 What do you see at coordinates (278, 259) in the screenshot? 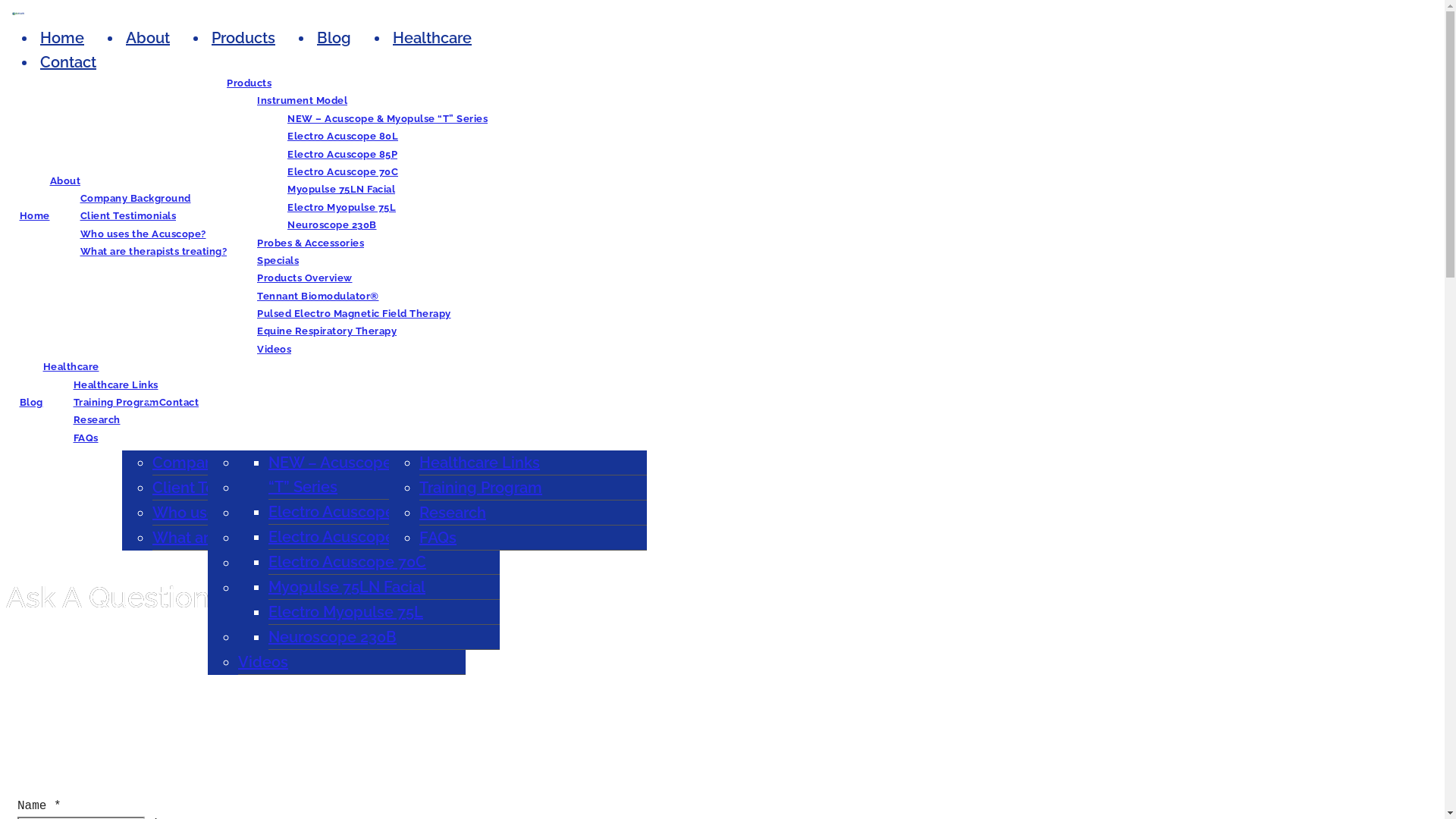
I see `'Specials'` at bounding box center [278, 259].